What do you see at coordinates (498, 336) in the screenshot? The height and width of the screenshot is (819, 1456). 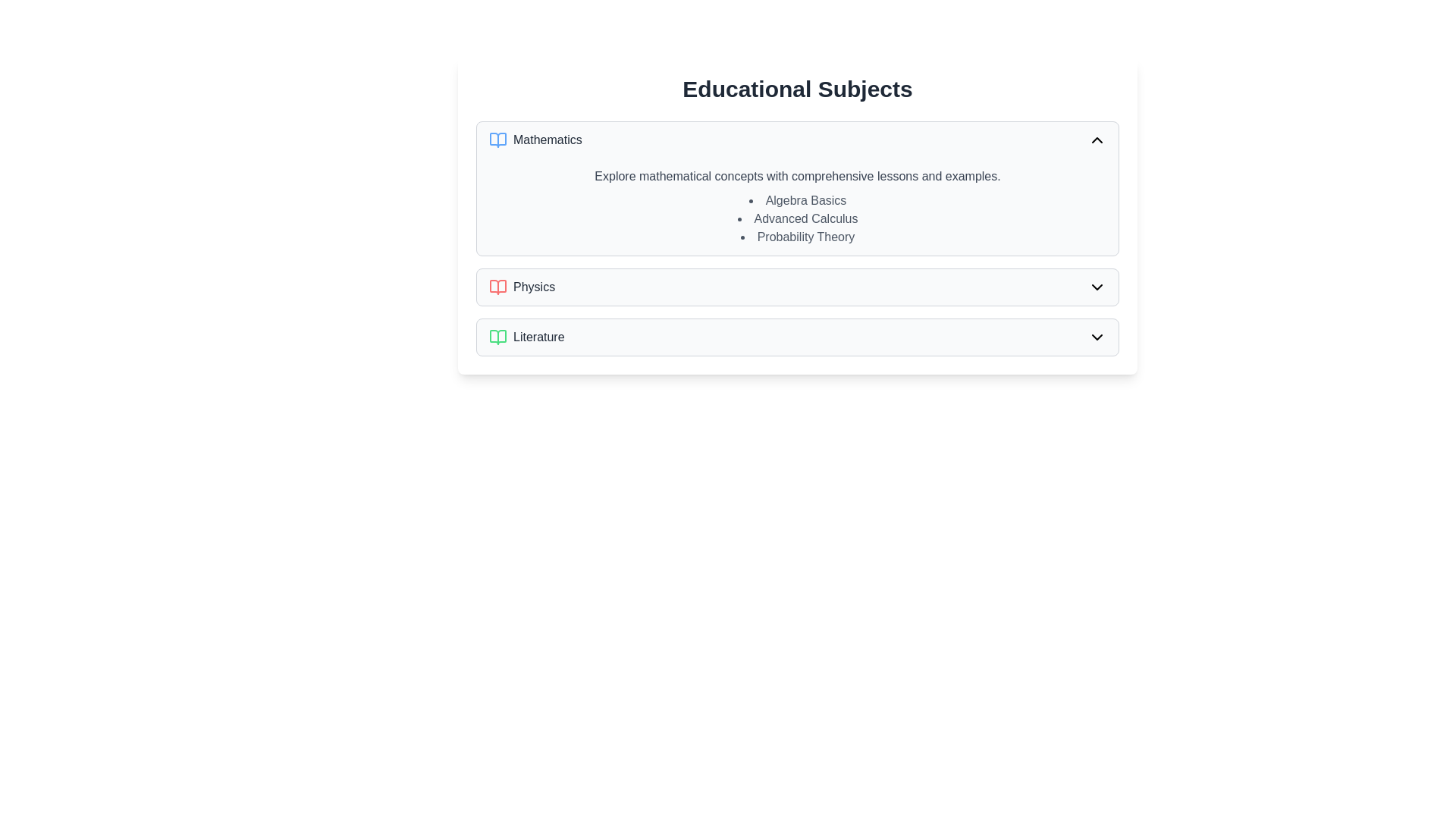 I see `the decorative vector graphic resembling a book, which is part of the 'Literature' section and matches the theme of the adjacent text 'Literature'` at bounding box center [498, 336].